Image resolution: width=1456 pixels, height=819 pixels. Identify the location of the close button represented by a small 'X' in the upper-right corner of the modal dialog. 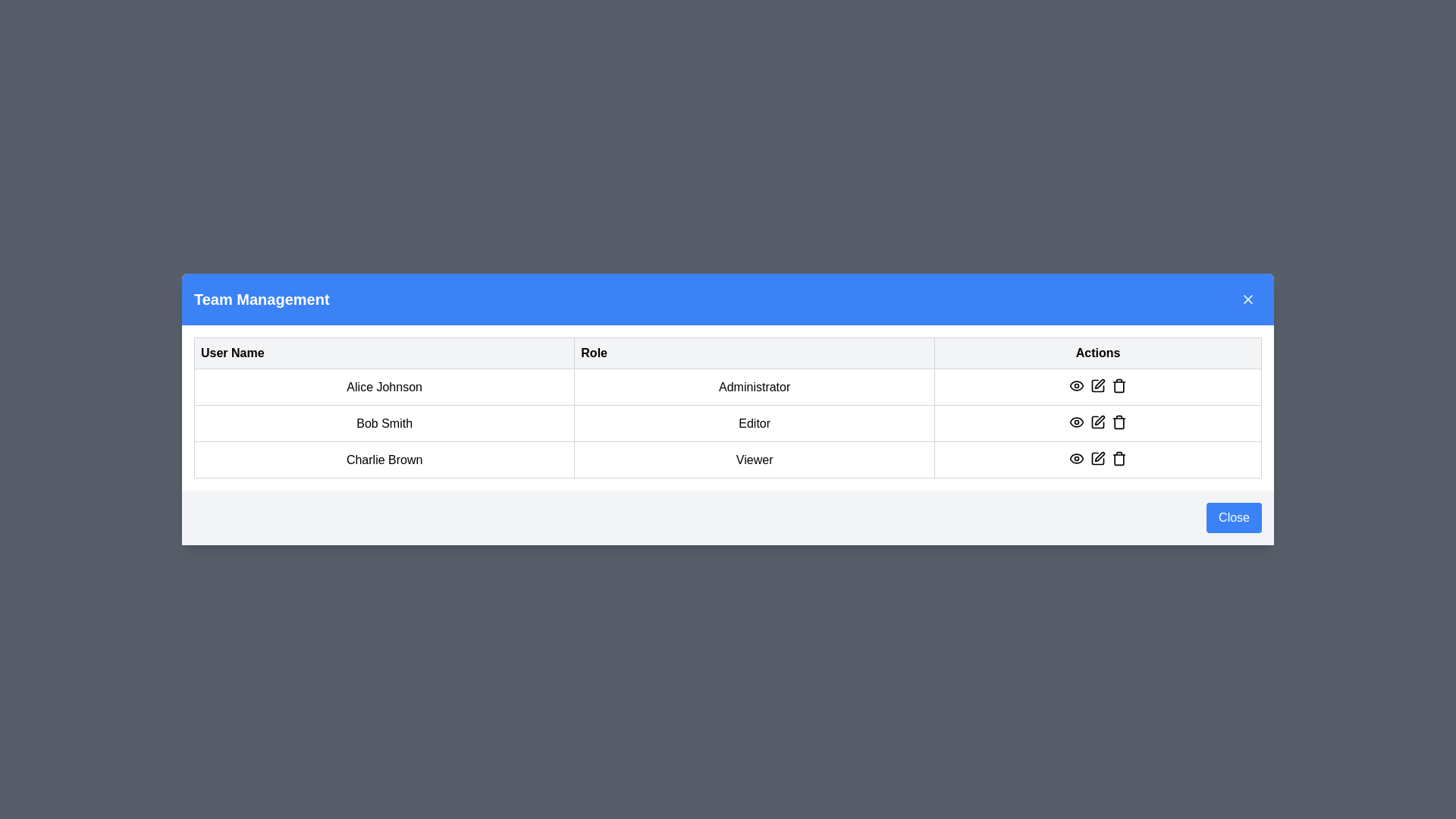
(1248, 299).